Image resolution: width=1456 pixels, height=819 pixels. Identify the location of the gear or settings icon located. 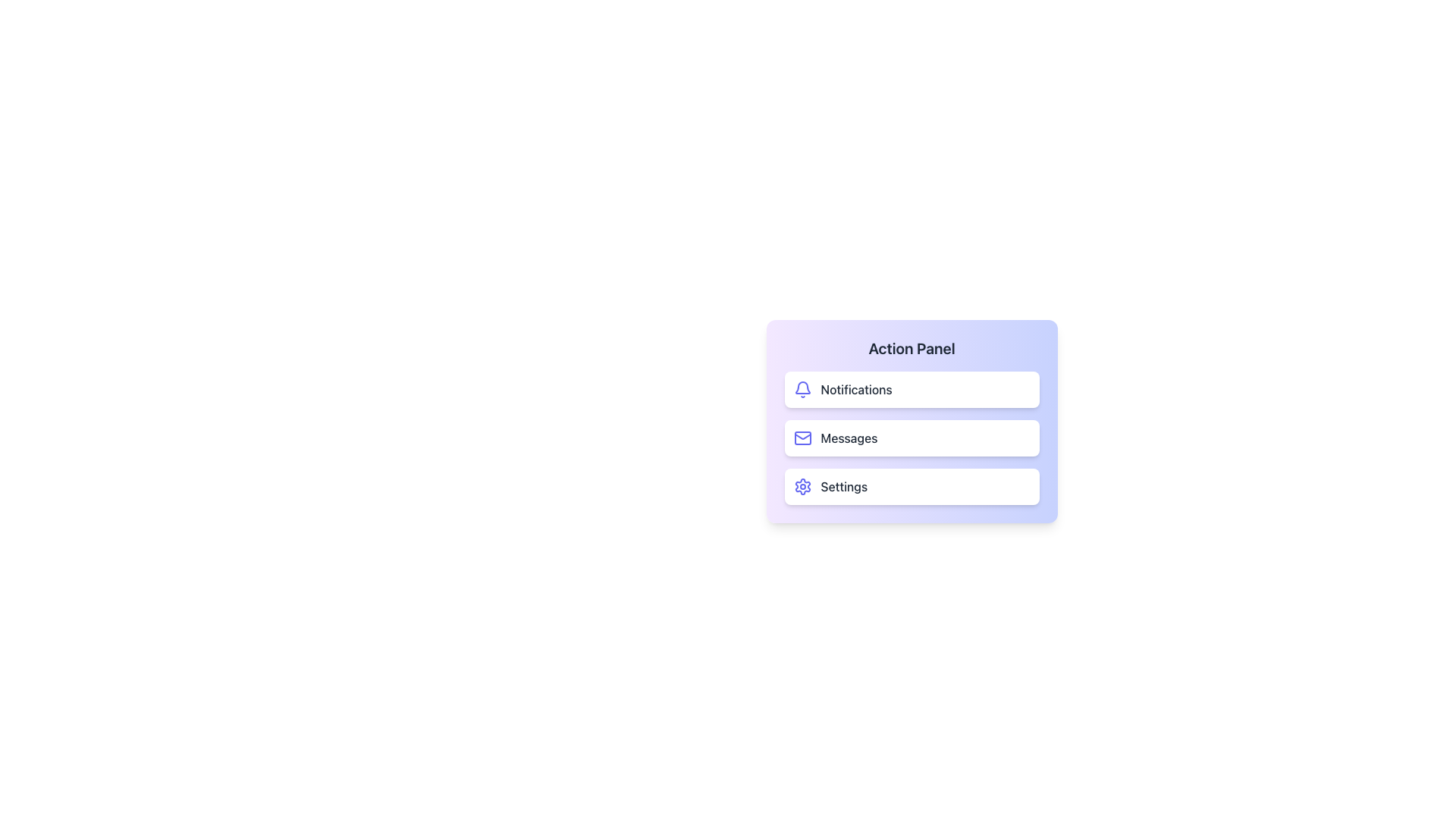
(802, 486).